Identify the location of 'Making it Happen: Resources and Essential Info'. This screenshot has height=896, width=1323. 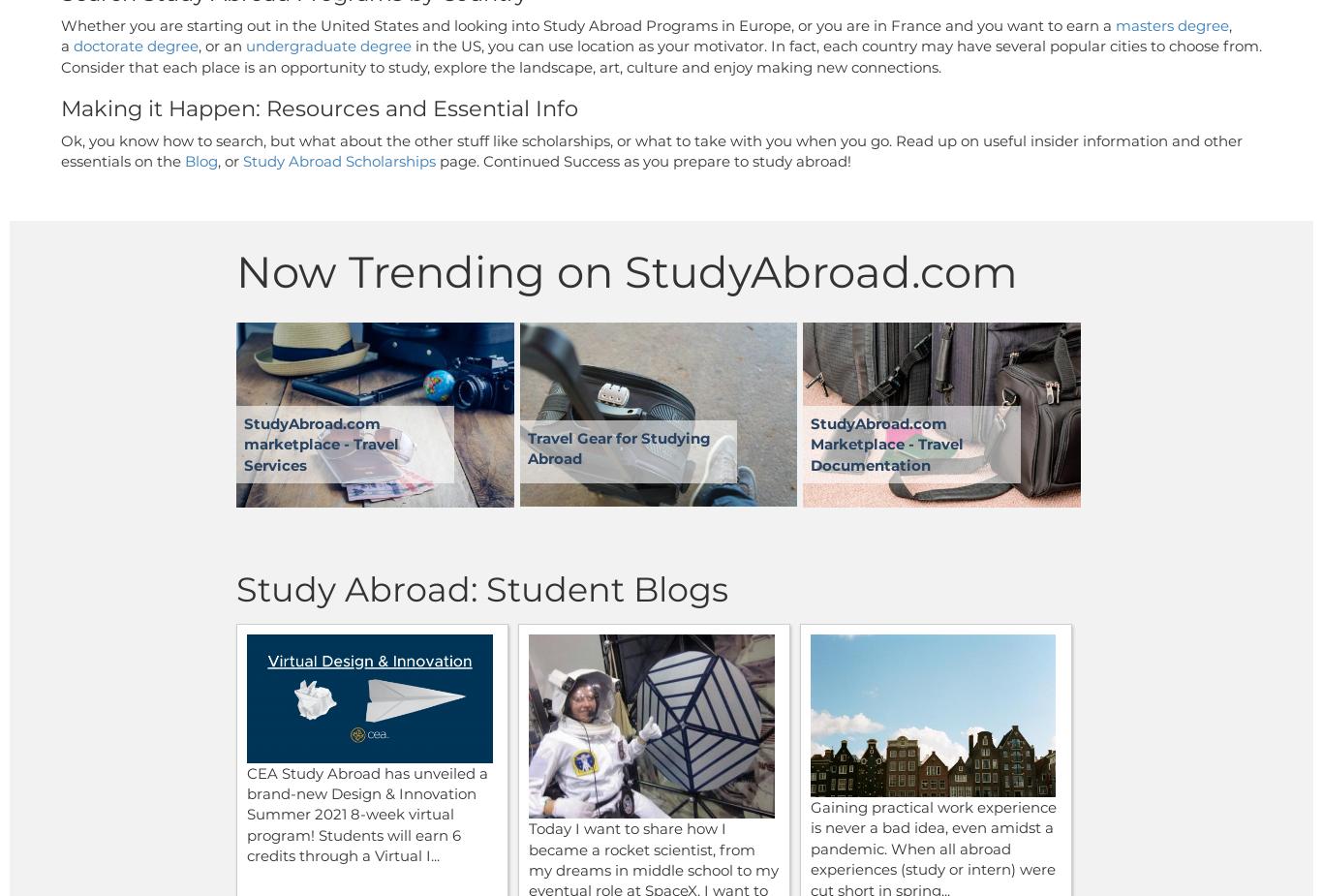
(320, 108).